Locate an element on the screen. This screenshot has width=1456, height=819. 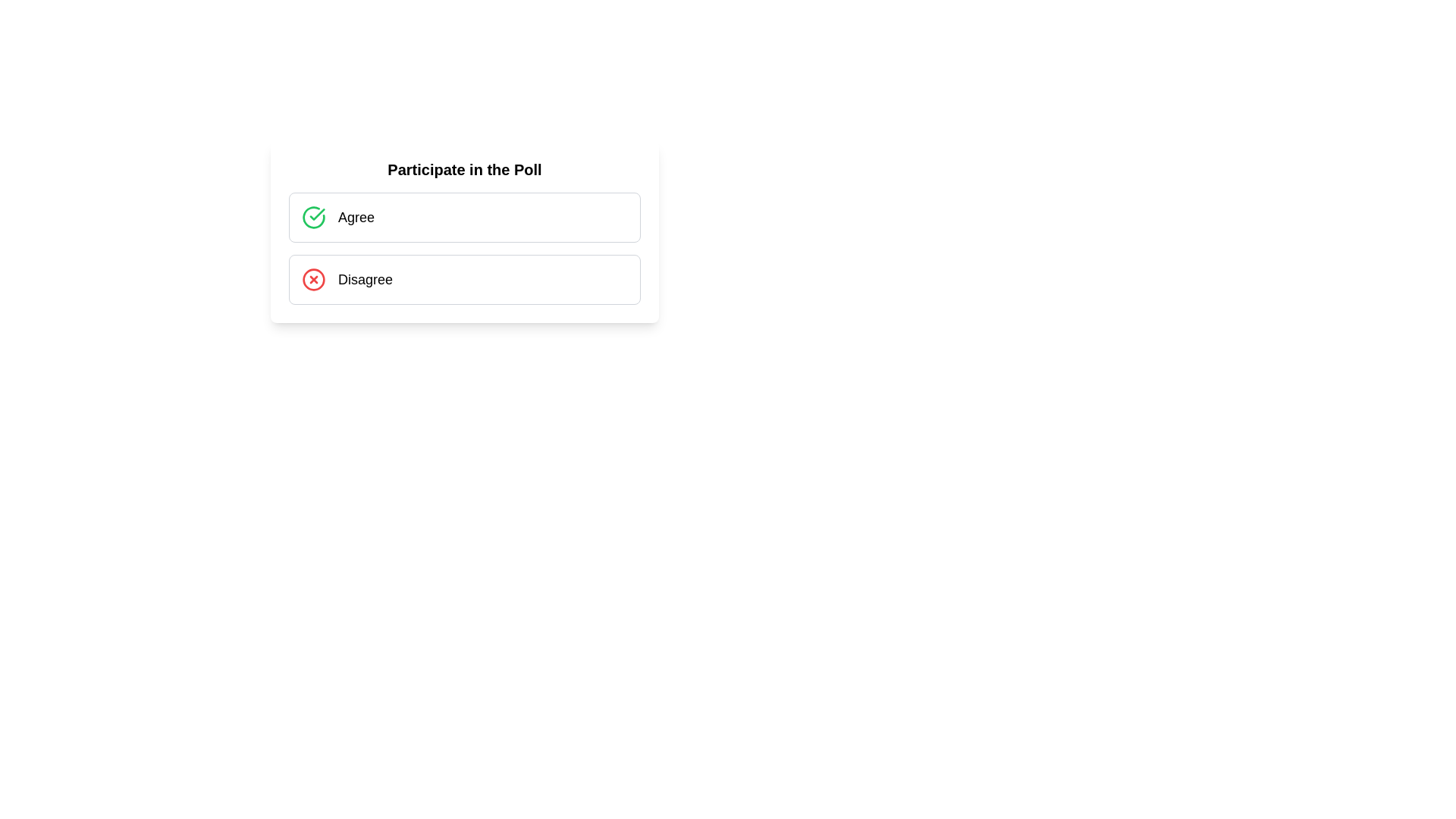
the 'Disagree' text label, which is the second item in a two-option list for a poll or survey, located below the 'Agree' option is located at coordinates (366, 280).